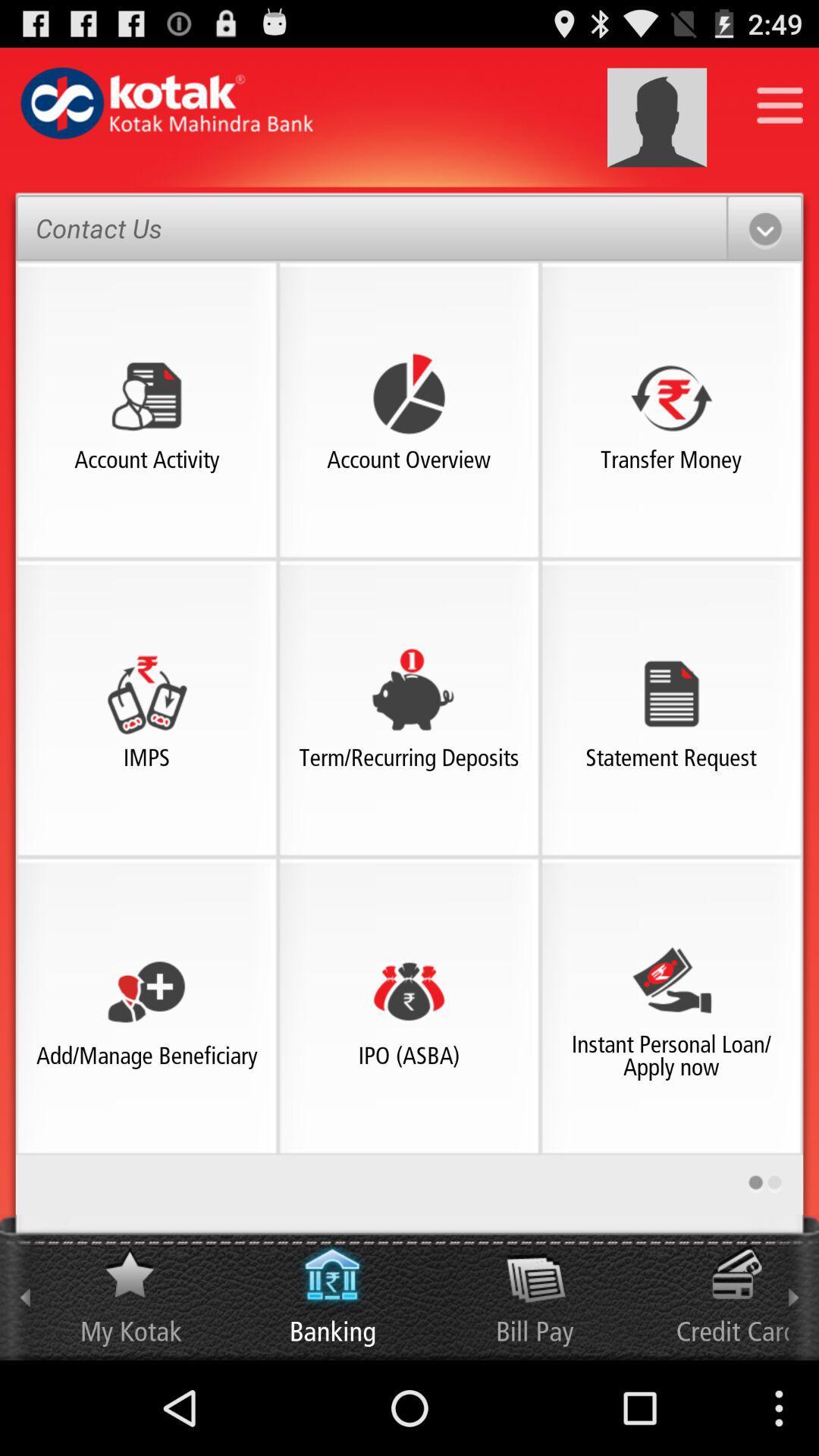  Describe the element at coordinates (146, 692) in the screenshot. I see `imps on the left side of the page` at that location.